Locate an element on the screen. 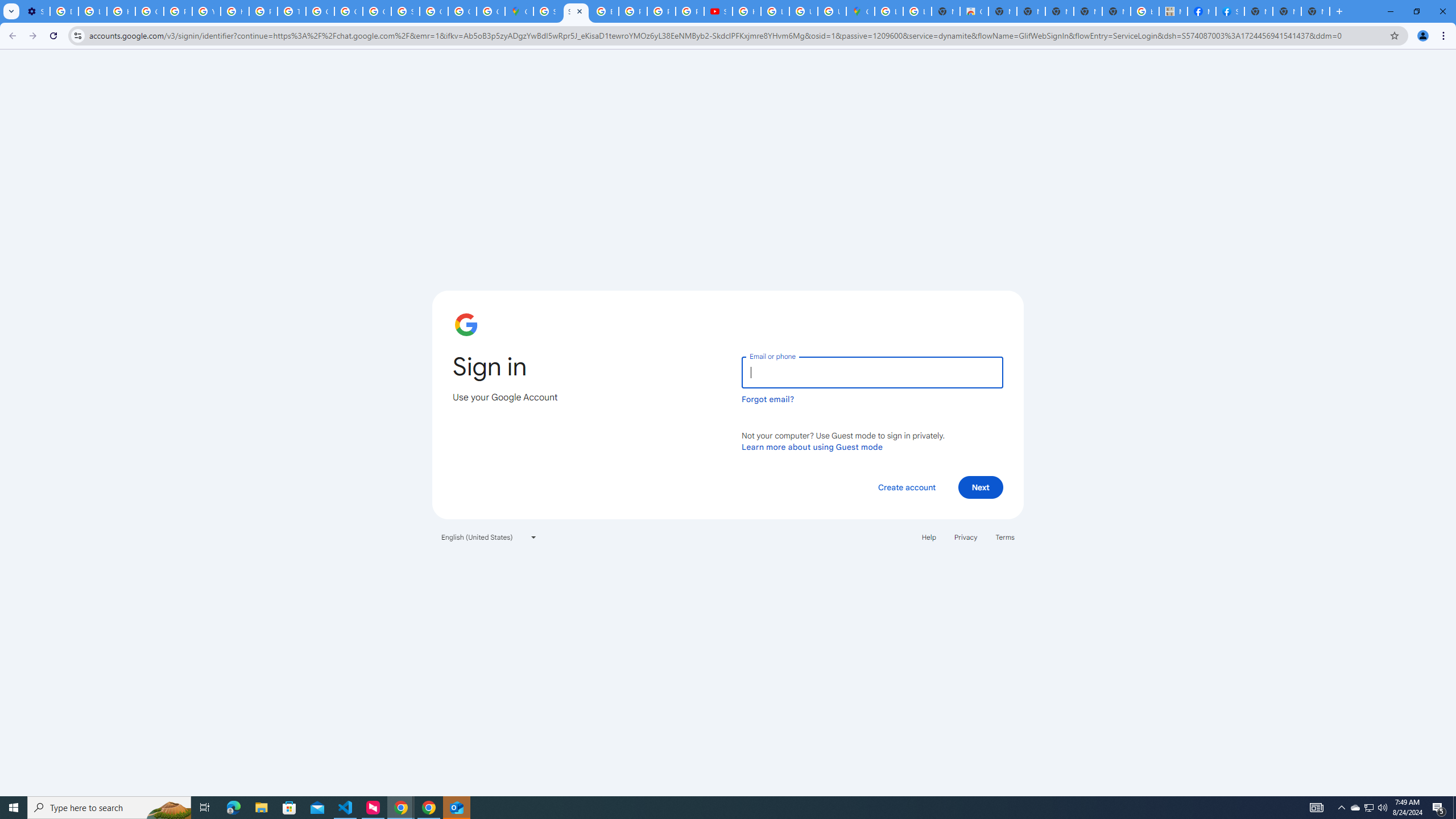 This screenshot has width=1456, height=819. 'Forgot email?' is located at coordinates (767, 399).